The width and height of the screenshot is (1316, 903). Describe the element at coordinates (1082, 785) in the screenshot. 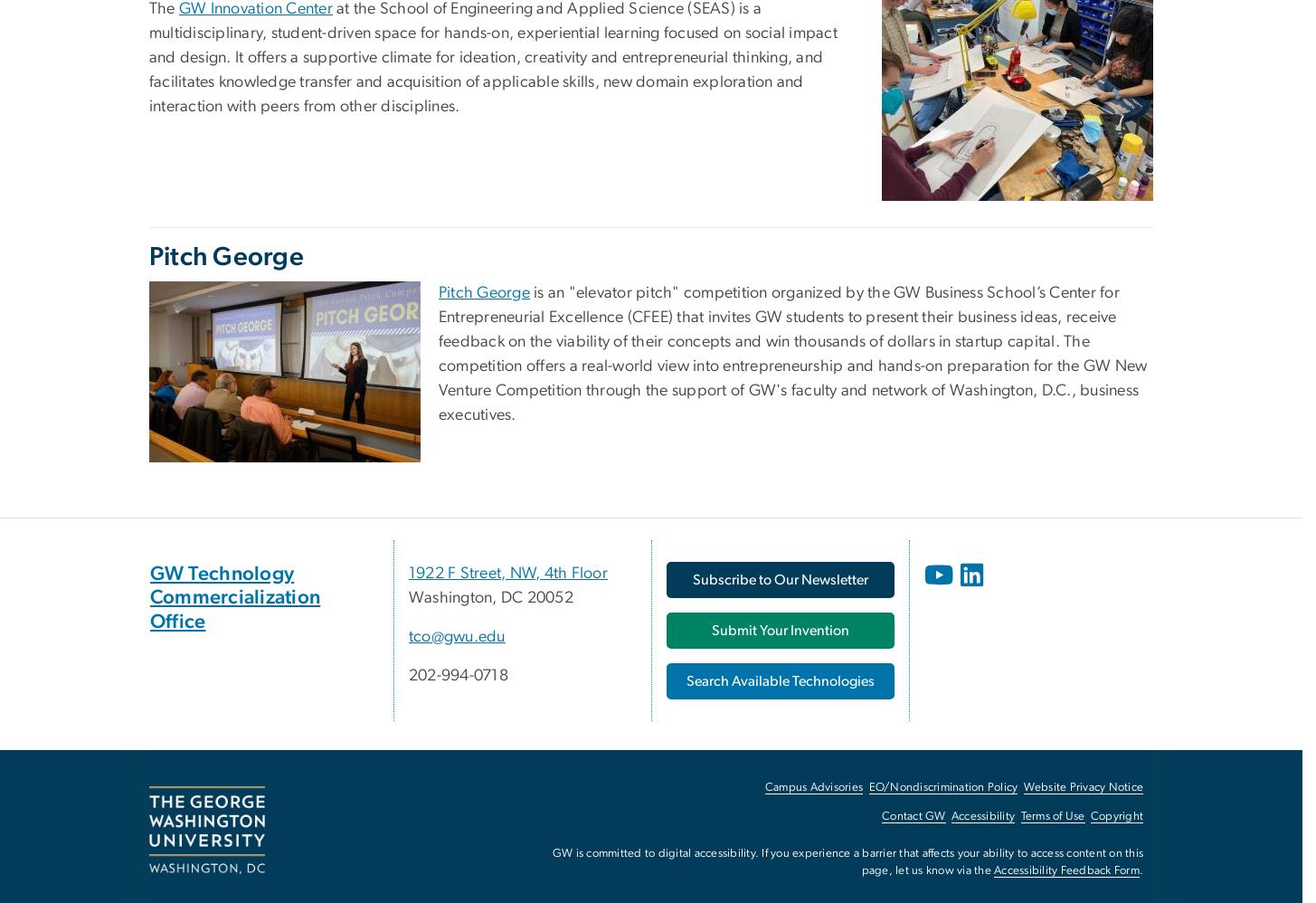

I see `'Website Privacy Notice'` at that location.